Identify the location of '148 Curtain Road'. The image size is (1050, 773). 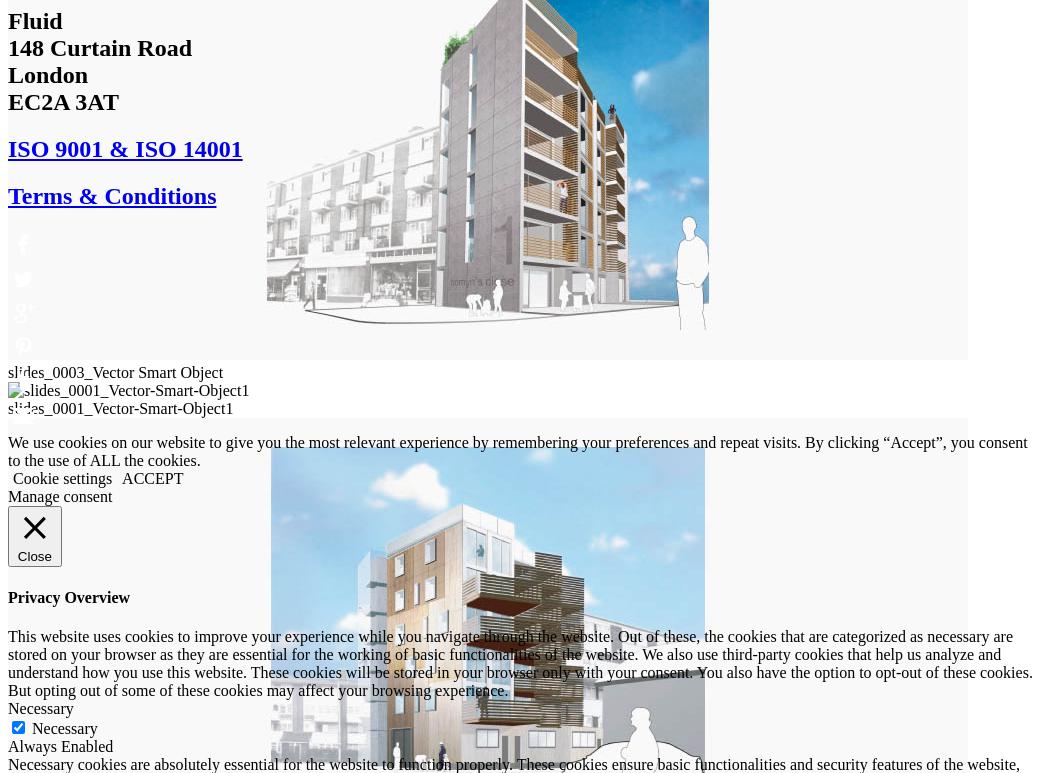
(99, 45).